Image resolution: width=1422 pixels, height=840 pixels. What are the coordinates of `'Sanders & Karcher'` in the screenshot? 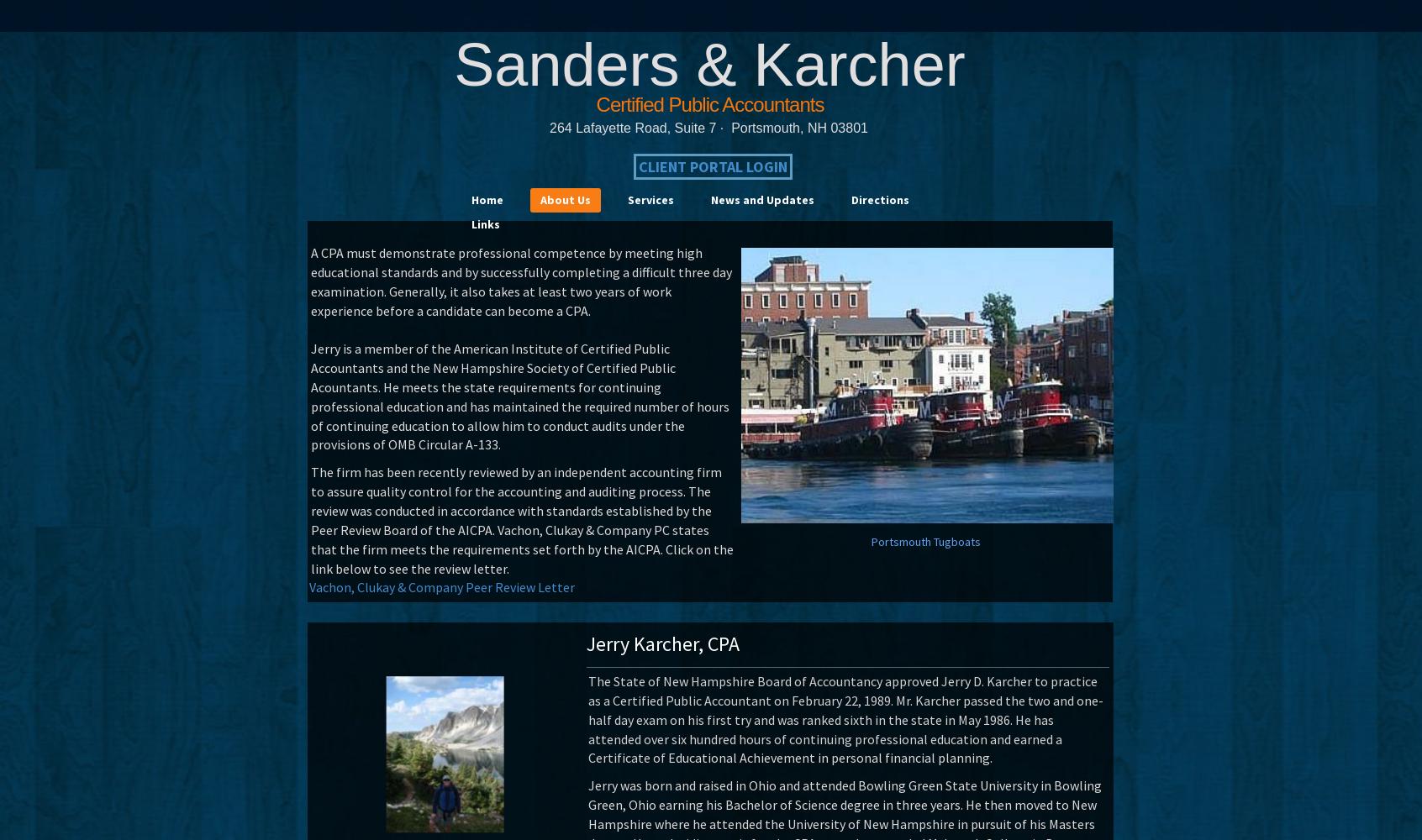 It's located at (708, 64).